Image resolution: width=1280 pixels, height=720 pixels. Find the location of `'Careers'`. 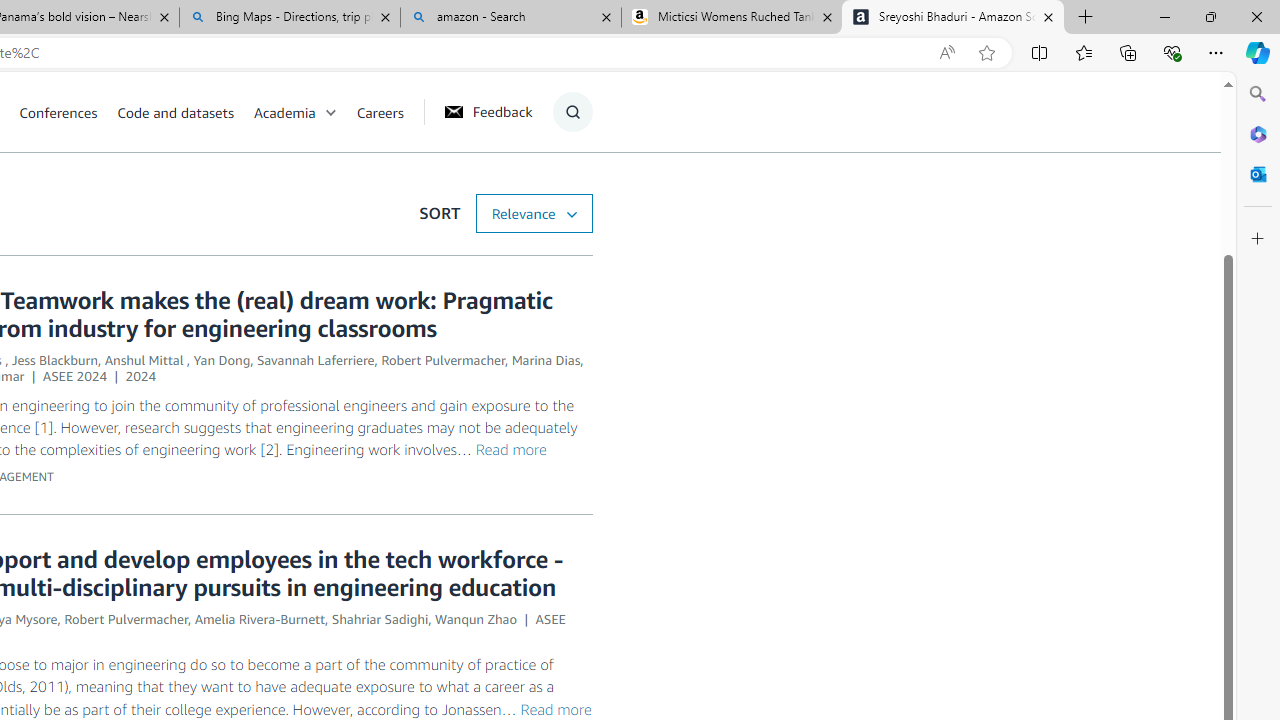

'Careers' is located at coordinates (389, 111).